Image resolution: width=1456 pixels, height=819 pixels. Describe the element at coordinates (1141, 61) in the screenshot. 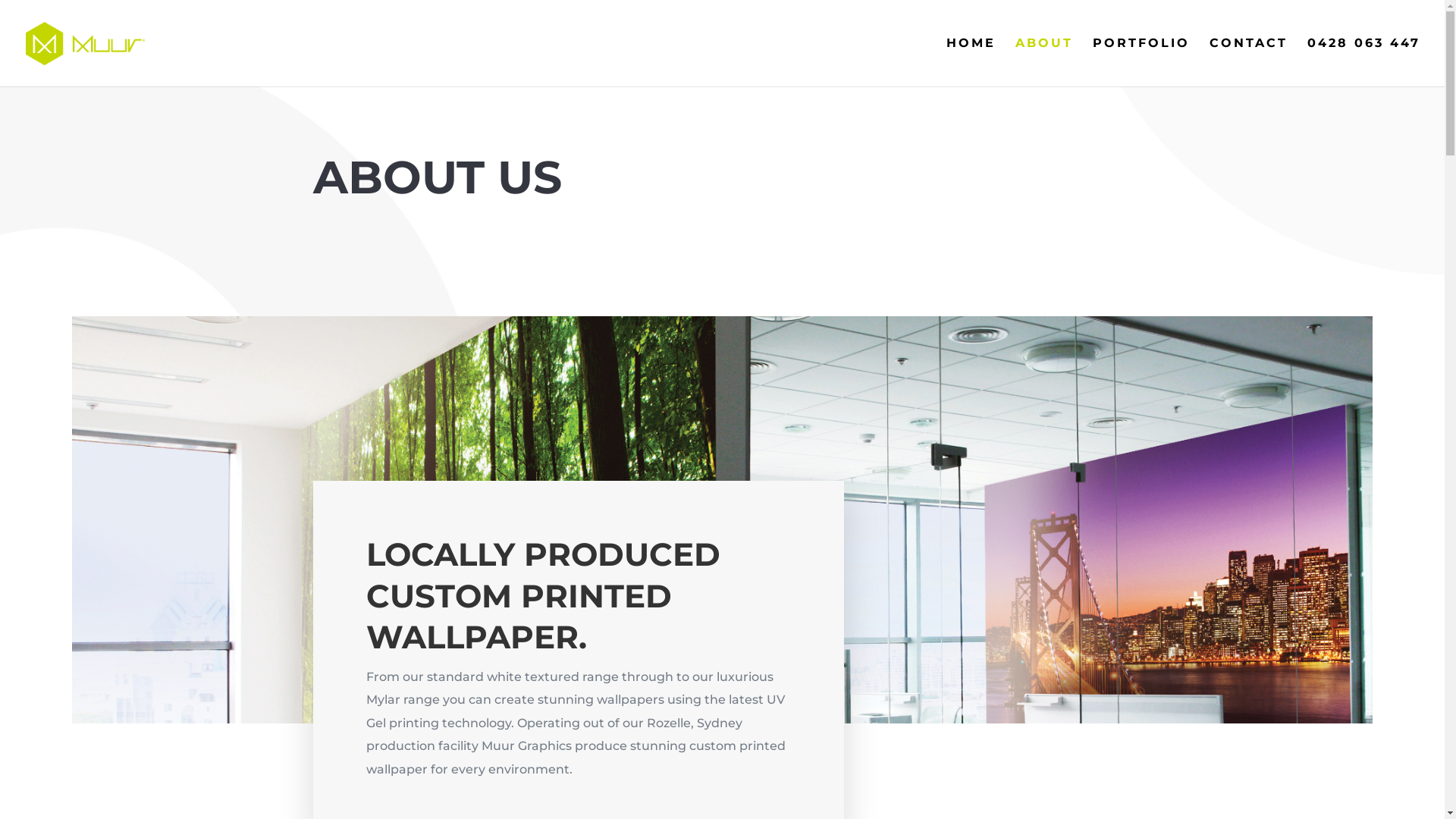

I see `'PORTFOLIO'` at that location.